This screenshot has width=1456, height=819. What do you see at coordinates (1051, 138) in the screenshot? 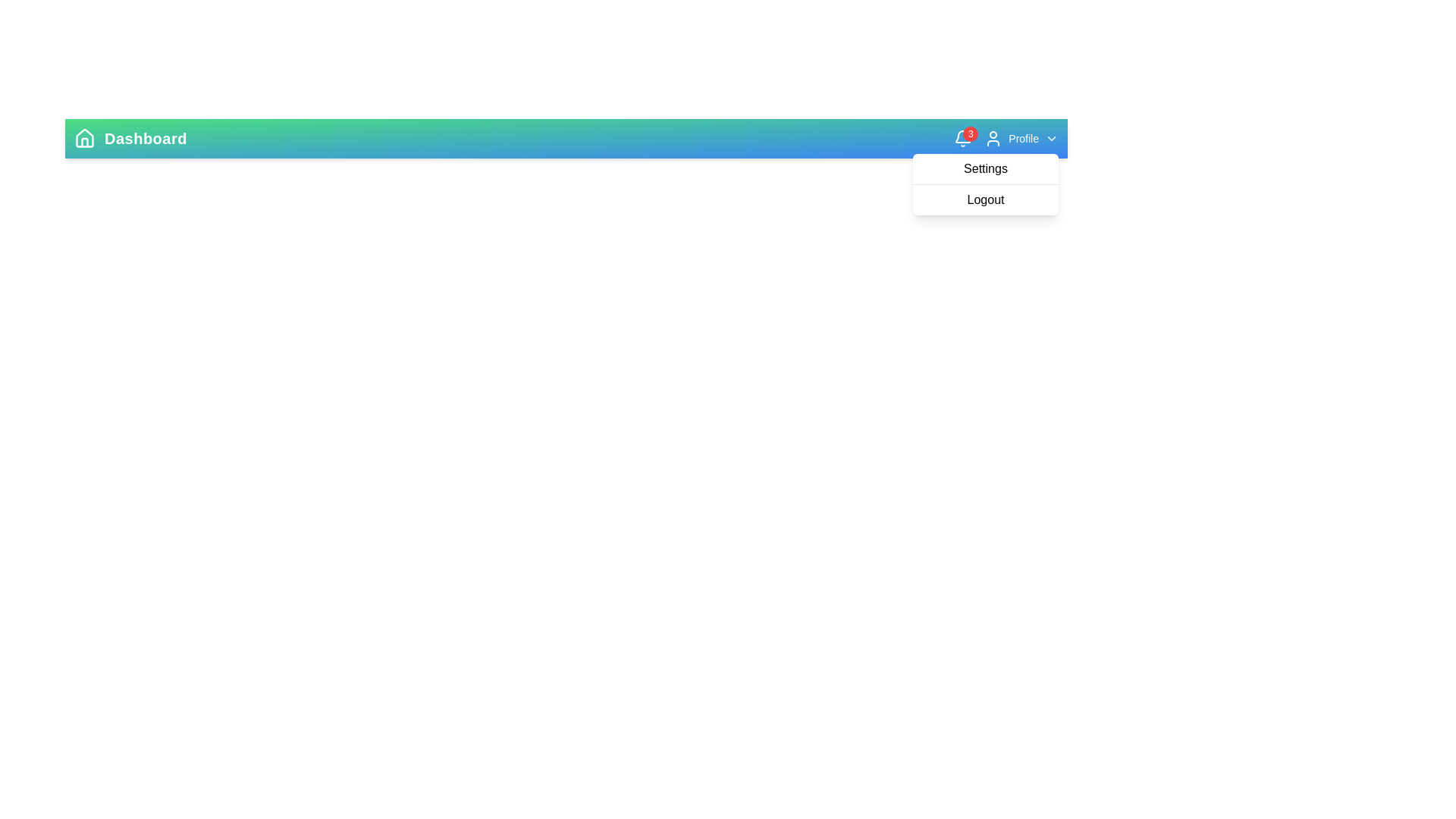
I see `the ChevronDown icon to open the dropdown menu` at bounding box center [1051, 138].